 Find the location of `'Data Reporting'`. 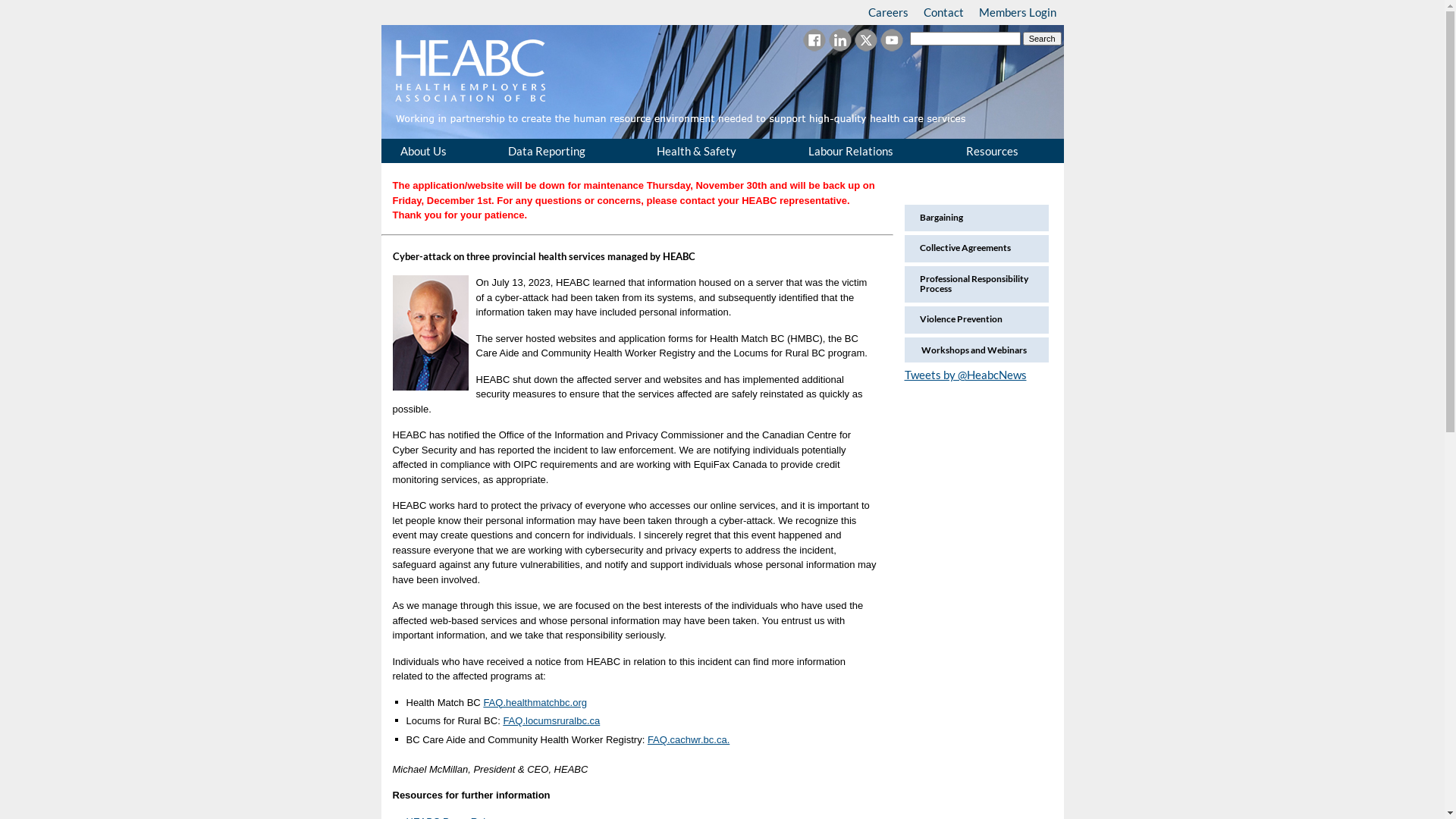

'Data Reporting' is located at coordinates (563, 150).